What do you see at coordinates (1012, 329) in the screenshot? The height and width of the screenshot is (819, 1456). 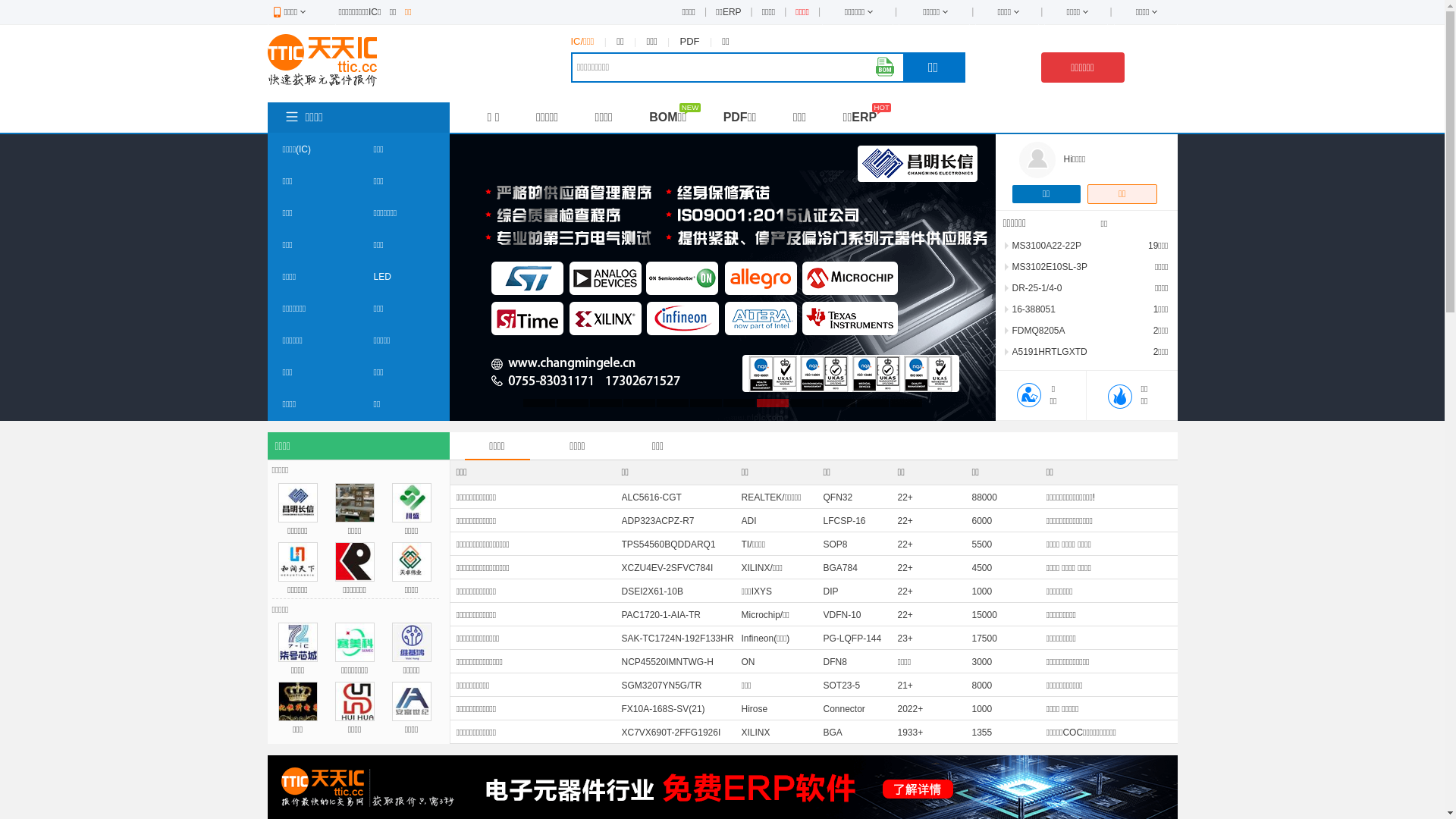 I see `'FDMQ8205A'` at bounding box center [1012, 329].